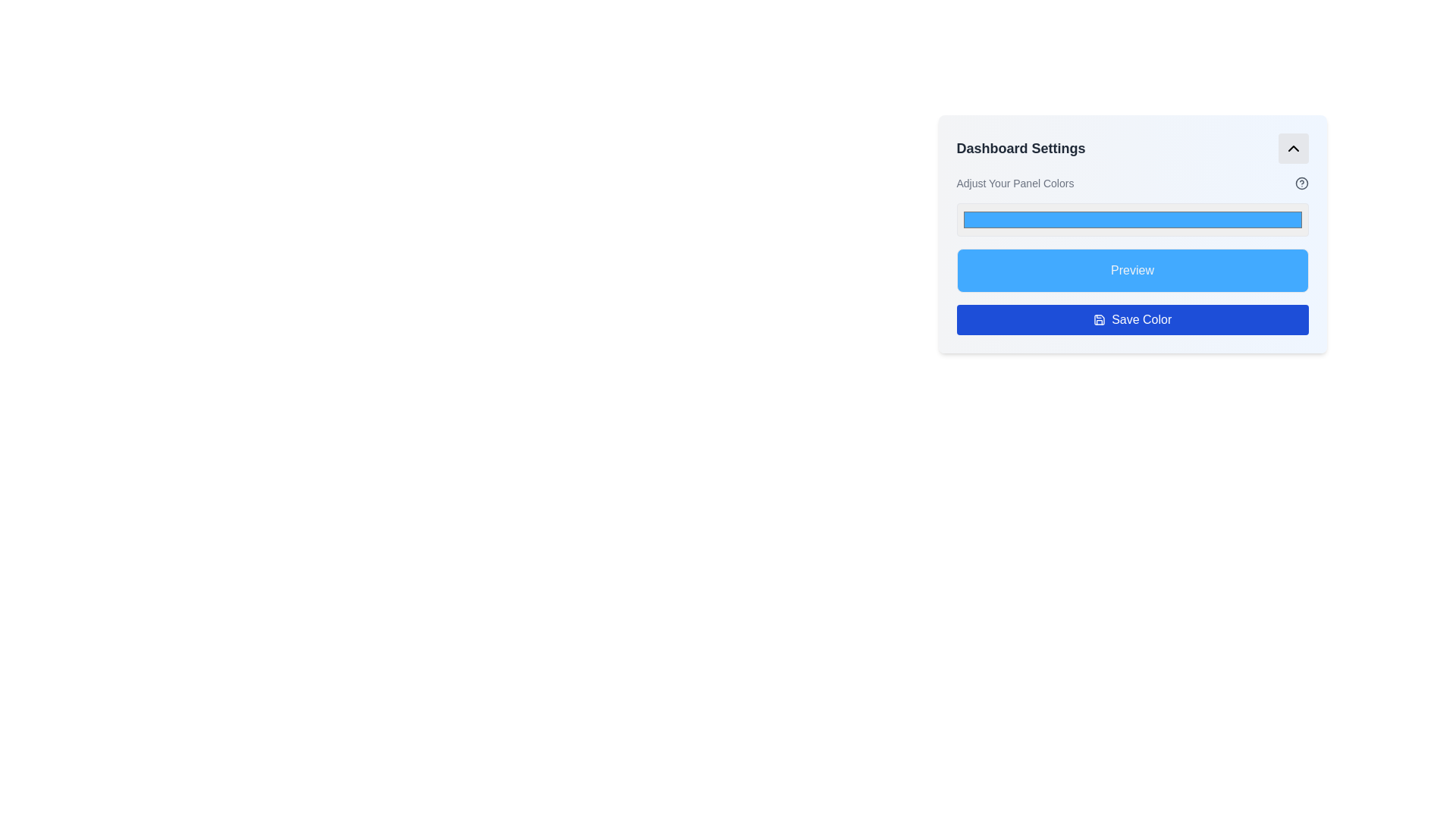  I want to click on the preview button located in the Interactive Panel Section of the Dashboard Settings, specifically below the headline 'Adjust Your Panel Colors', to preview the selected color, so click(1132, 254).